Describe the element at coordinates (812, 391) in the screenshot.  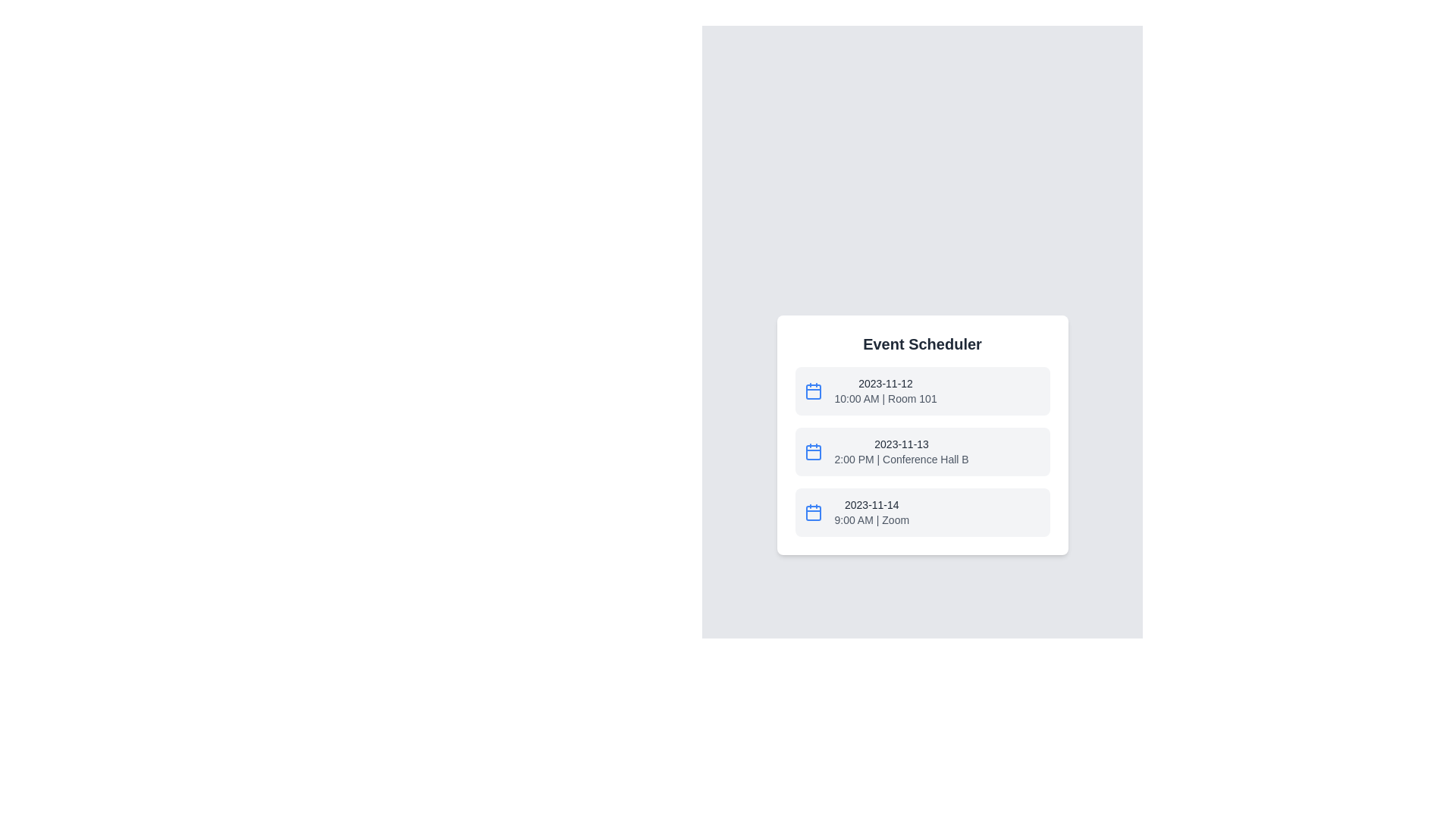
I see `the calendar icon located to the left of the text '2023-11-12 10:00 AM | Room 101', which indicates a calendar event` at that location.